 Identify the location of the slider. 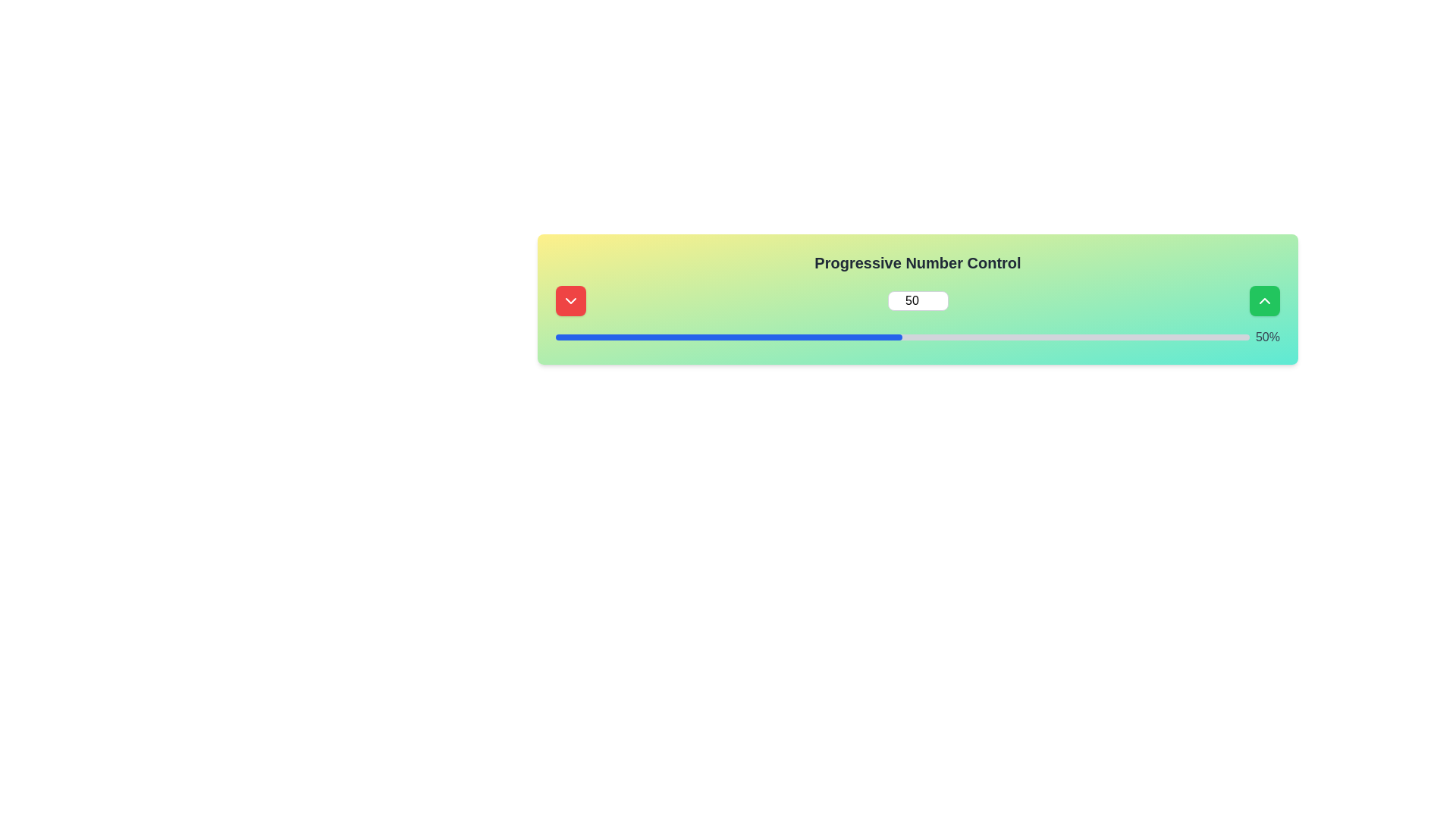
(645, 336).